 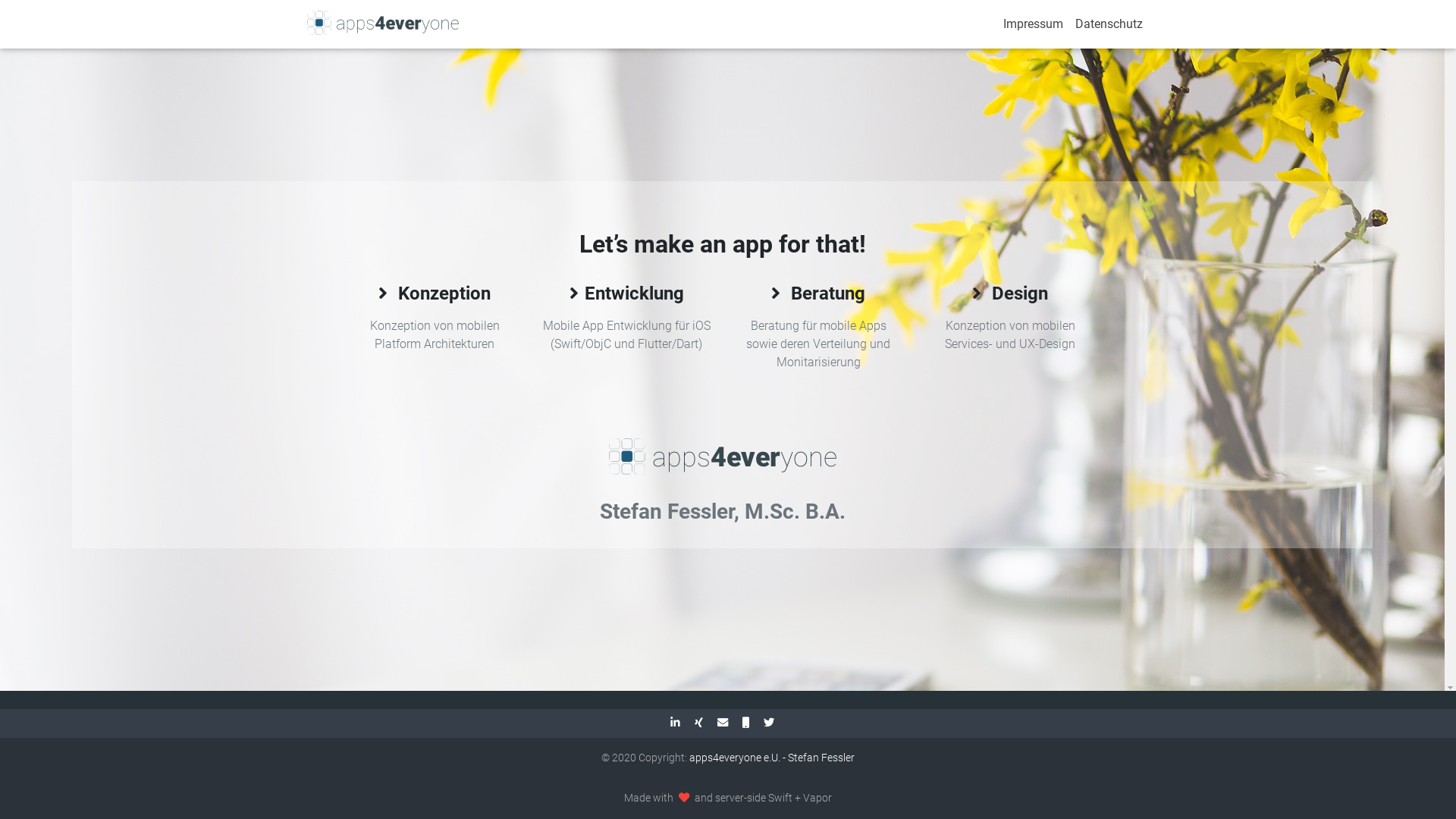 I want to click on 'Impressum', so click(x=1032, y=24).